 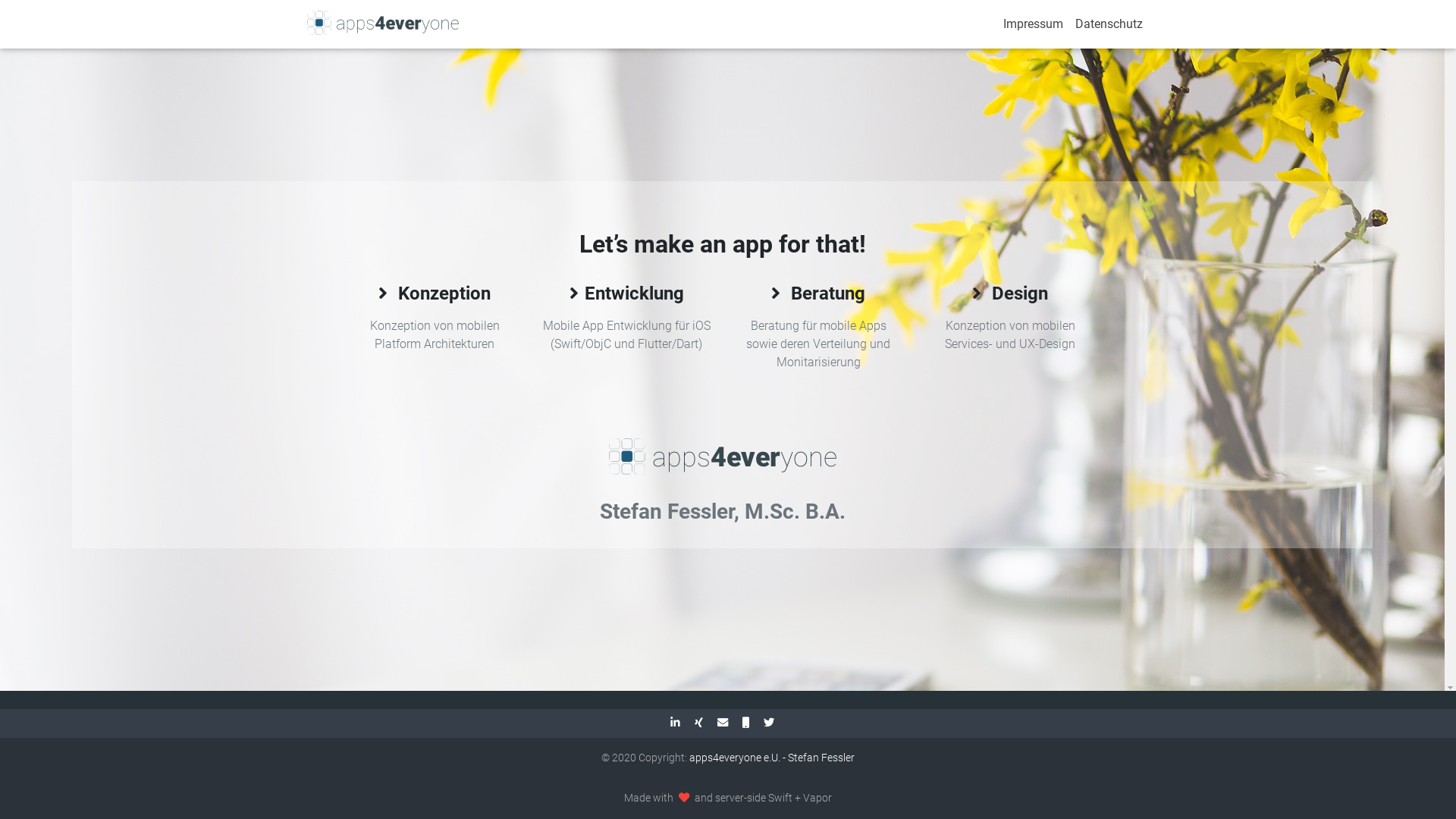 I want to click on 'Impressum', so click(x=1032, y=24).